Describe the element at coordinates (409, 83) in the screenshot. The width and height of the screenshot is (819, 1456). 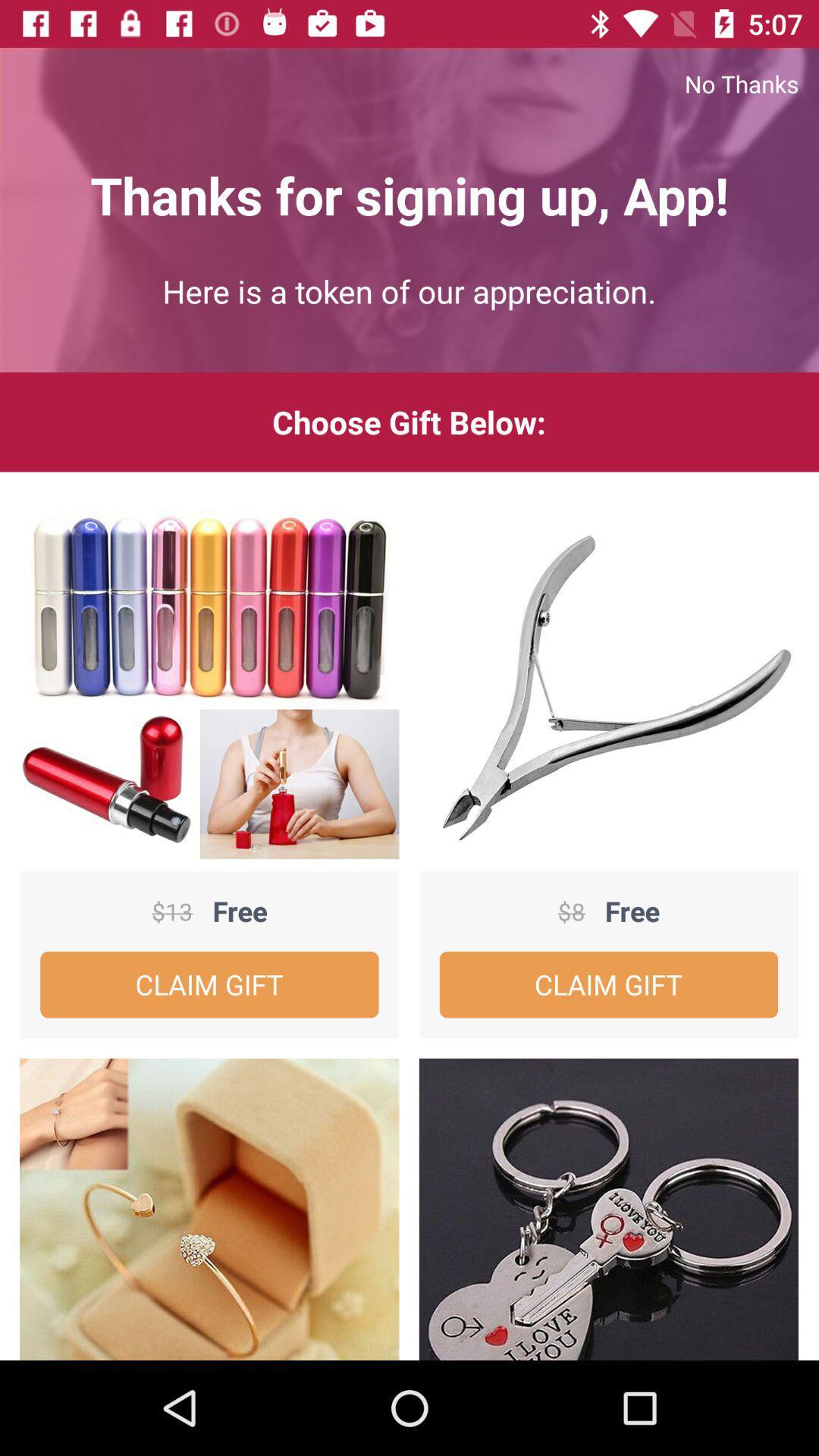
I see `the no thanks` at that location.